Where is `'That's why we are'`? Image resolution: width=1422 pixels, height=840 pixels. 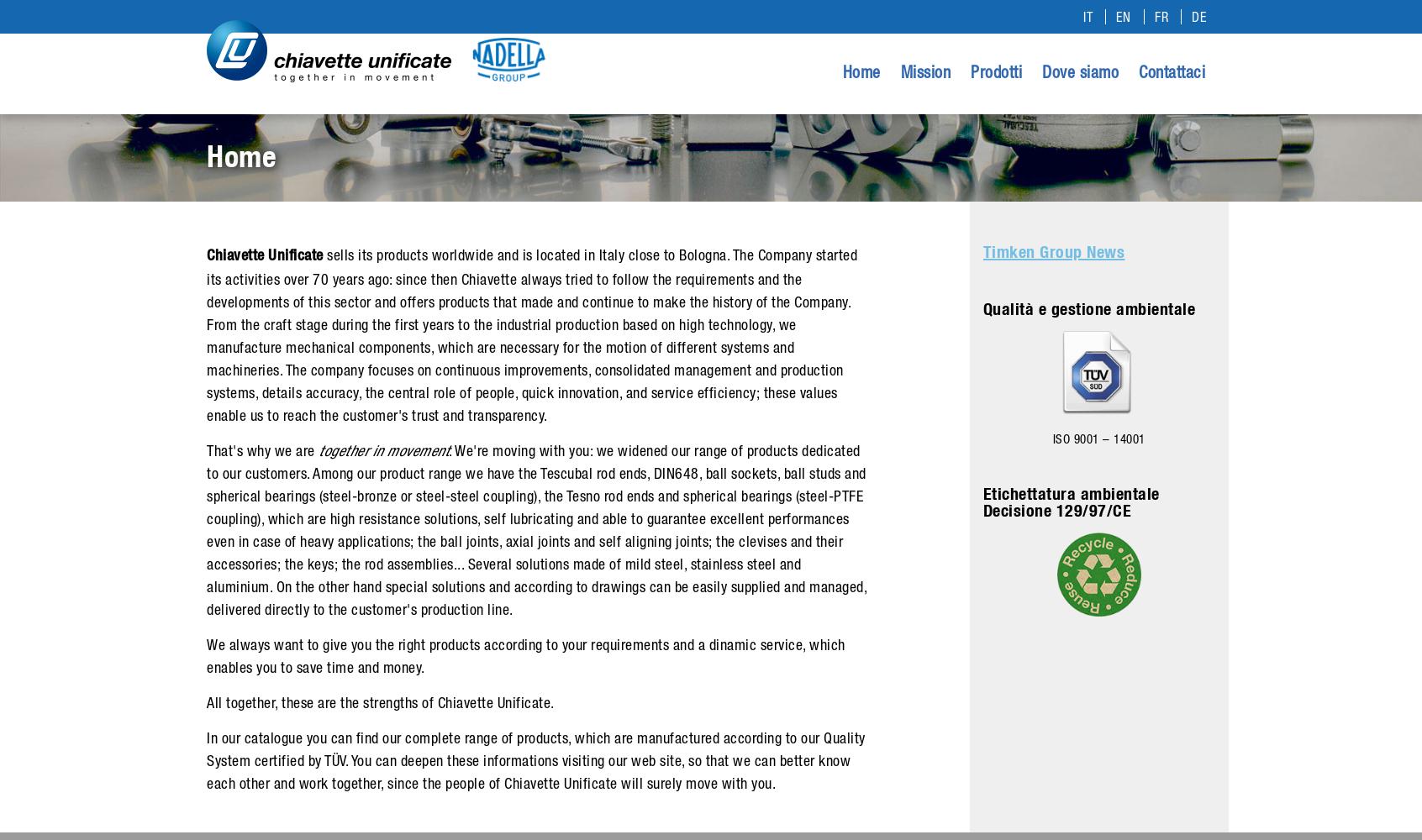 'That's why we are' is located at coordinates (207, 450).